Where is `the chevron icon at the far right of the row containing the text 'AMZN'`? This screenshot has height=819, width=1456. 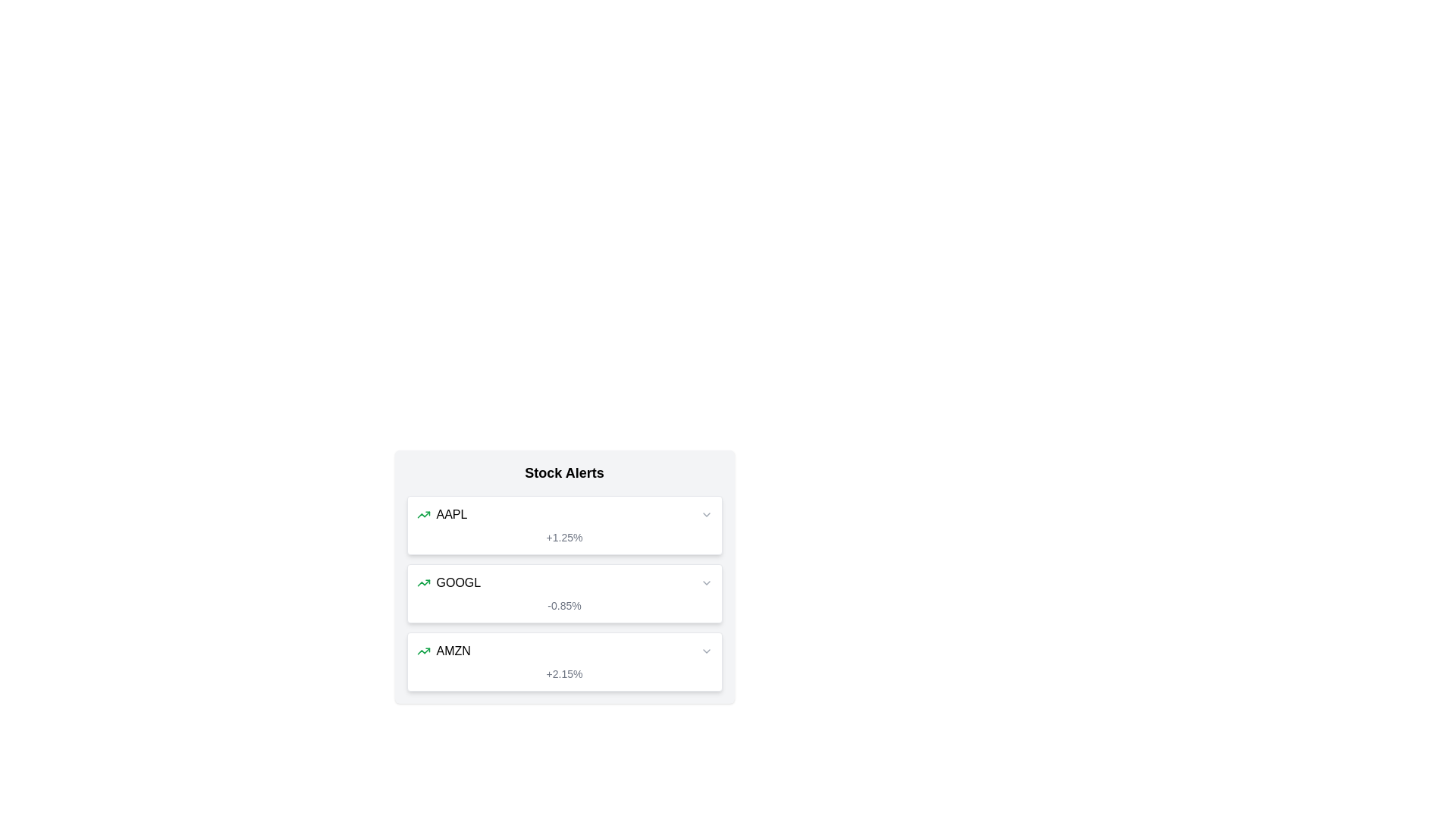 the chevron icon at the far right of the row containing the text 'AMZN' is located at coordinates (705, 651).